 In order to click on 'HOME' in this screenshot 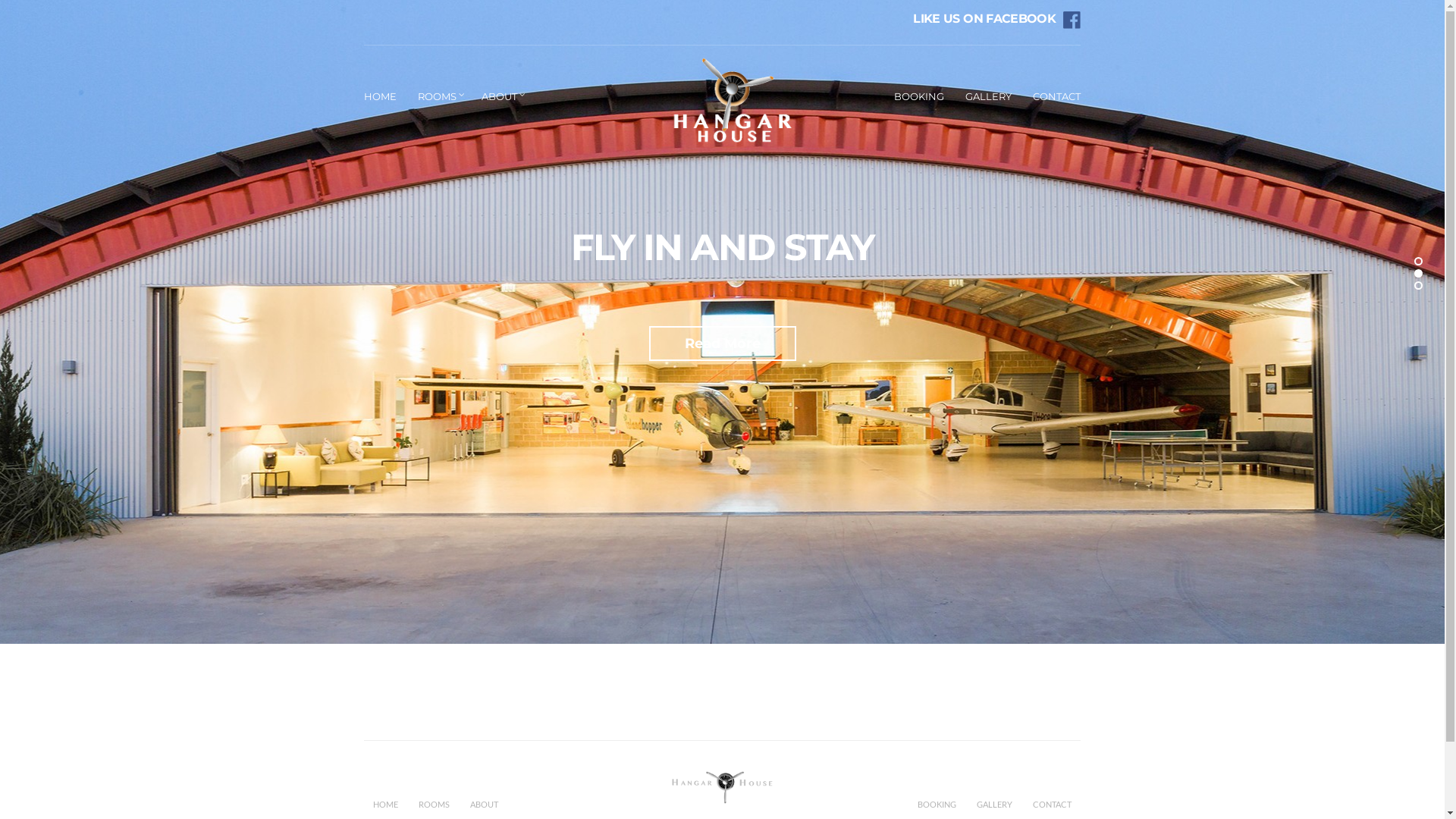, I will do `click(364, 99)`.